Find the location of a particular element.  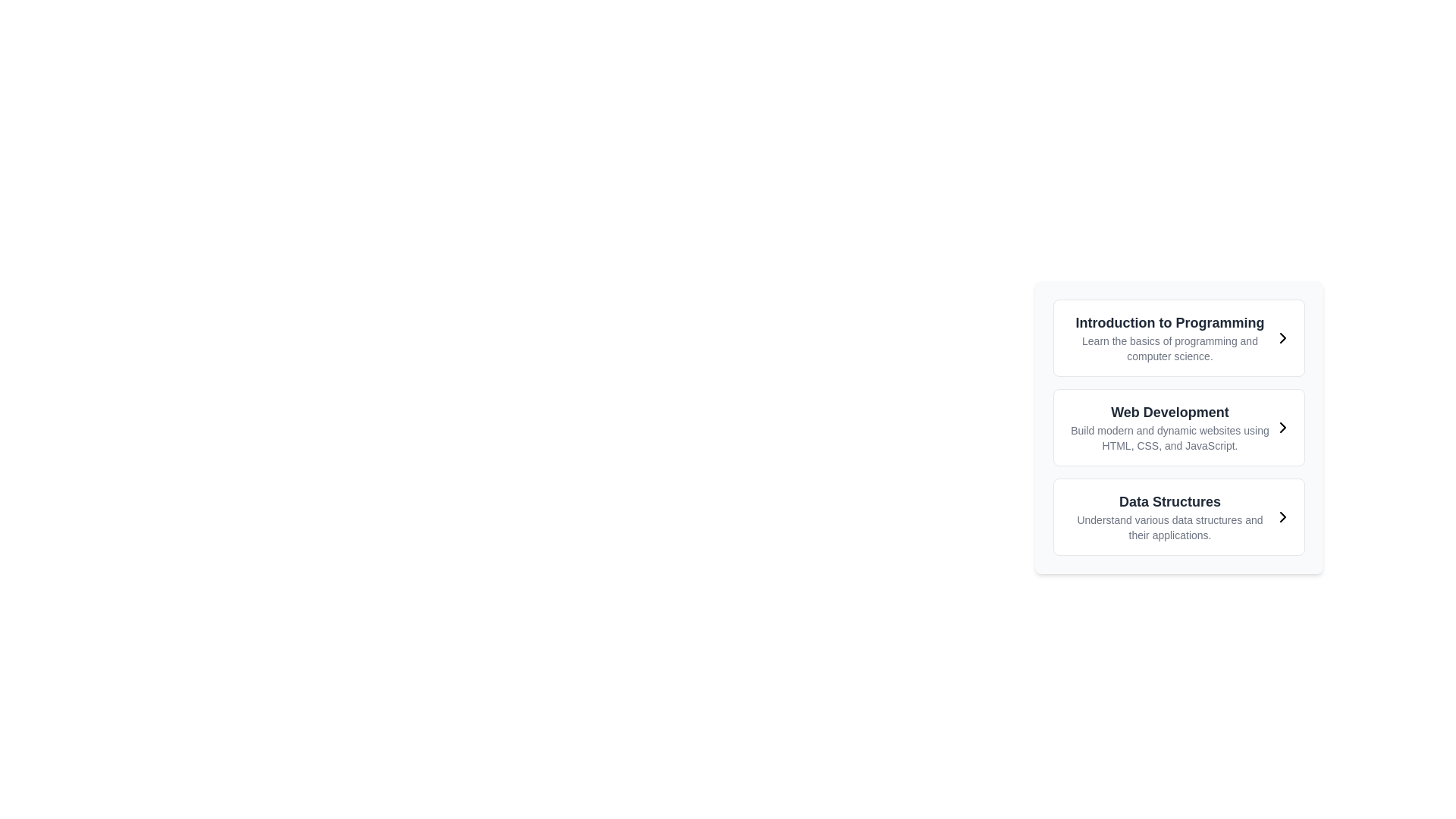

the static text block that provides additional information about the 'Introduction to Programming' section, which is located below the bold title is located at coordinates (1169, 348).